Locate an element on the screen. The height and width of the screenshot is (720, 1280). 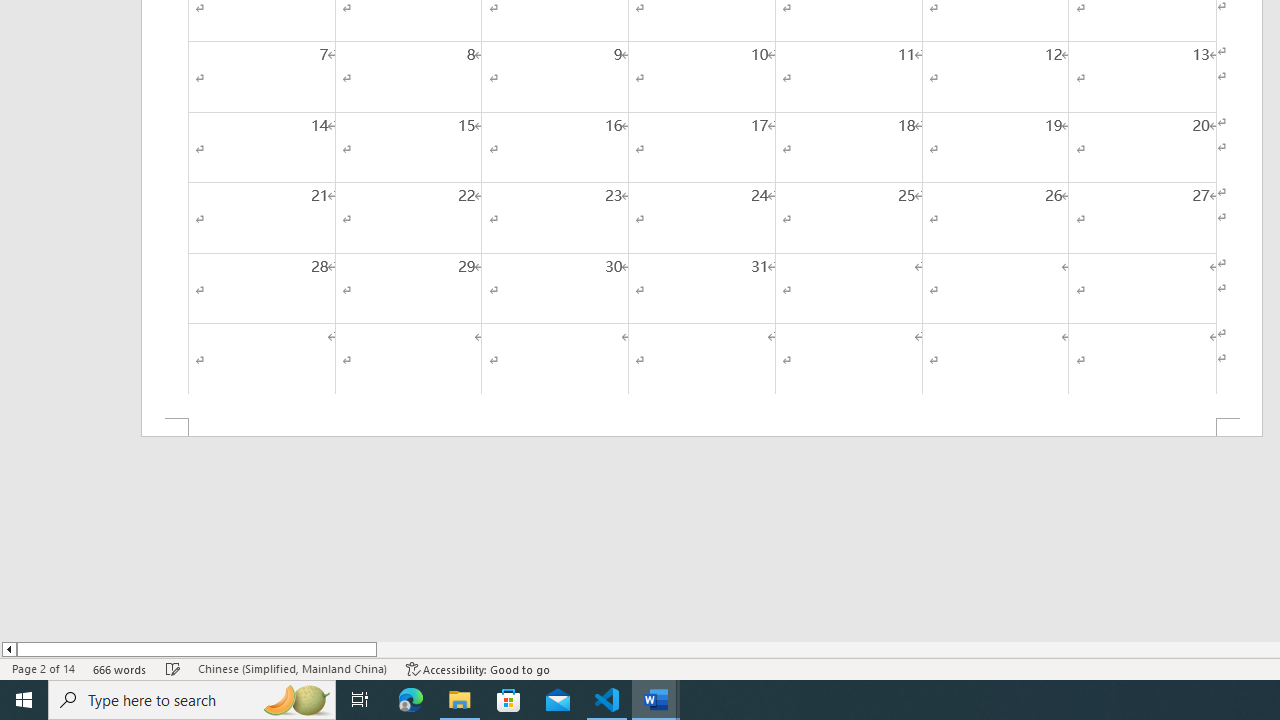
'Spelling and Grammar Check Checking' is located at coordinates (173, 669).